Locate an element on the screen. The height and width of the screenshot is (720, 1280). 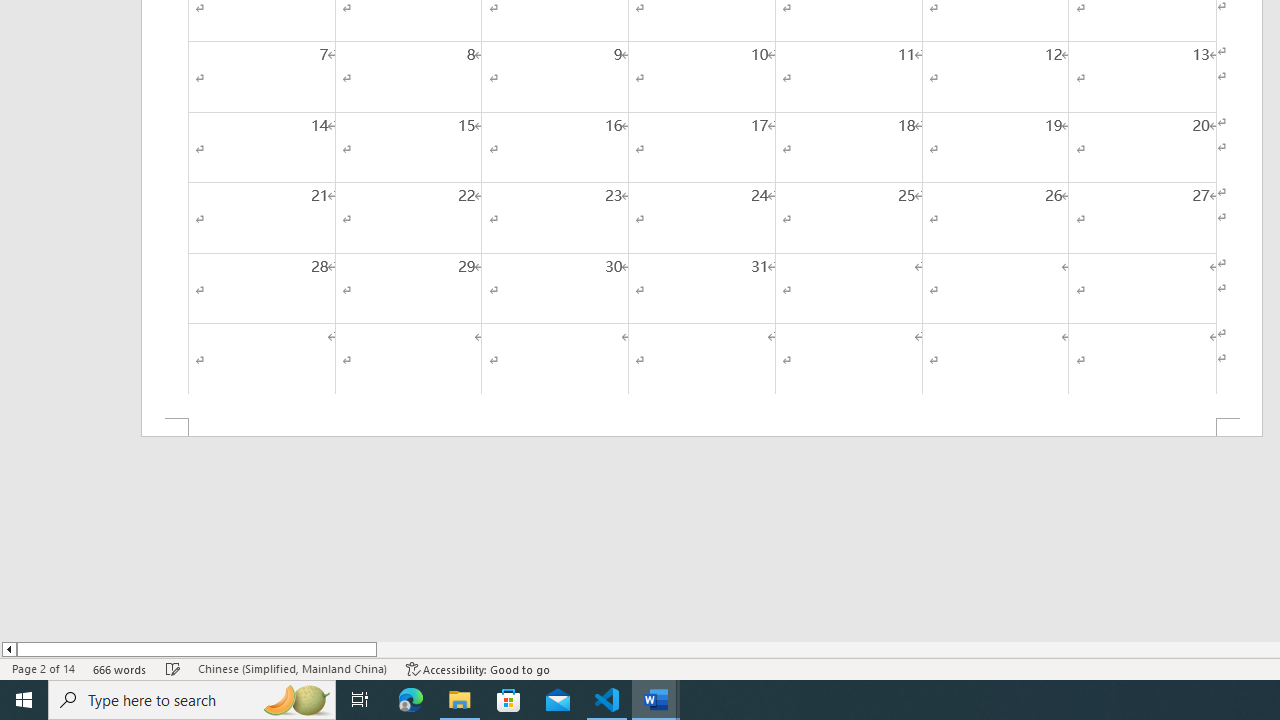
'Spelling and Grammar Check Checking' is located at coordinates (173, 669).